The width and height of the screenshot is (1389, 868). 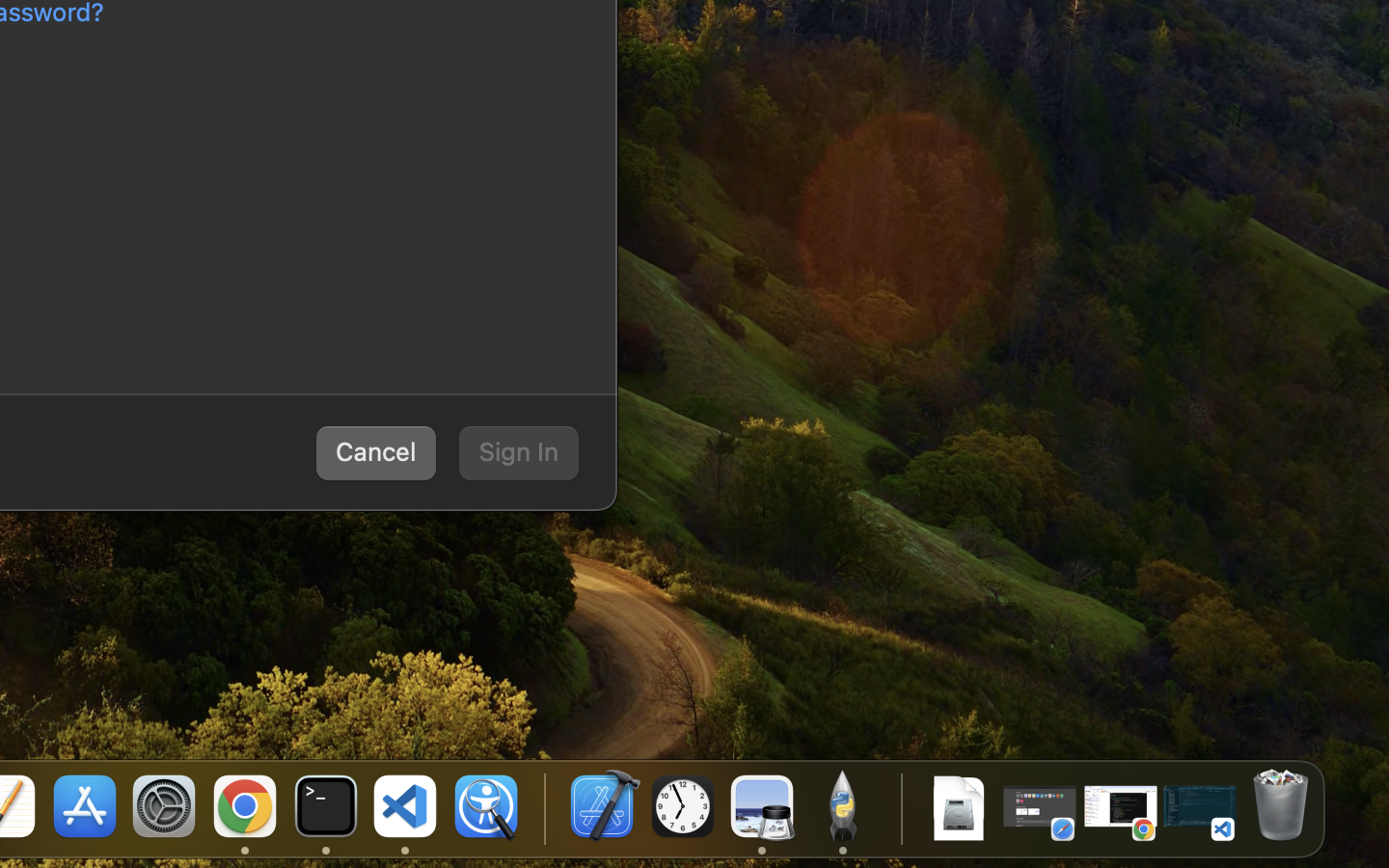 What do you see at coordinates (542, 807) in the screenshot?
I see `'0.4285714328289032'` at bounding box center [542, 807].